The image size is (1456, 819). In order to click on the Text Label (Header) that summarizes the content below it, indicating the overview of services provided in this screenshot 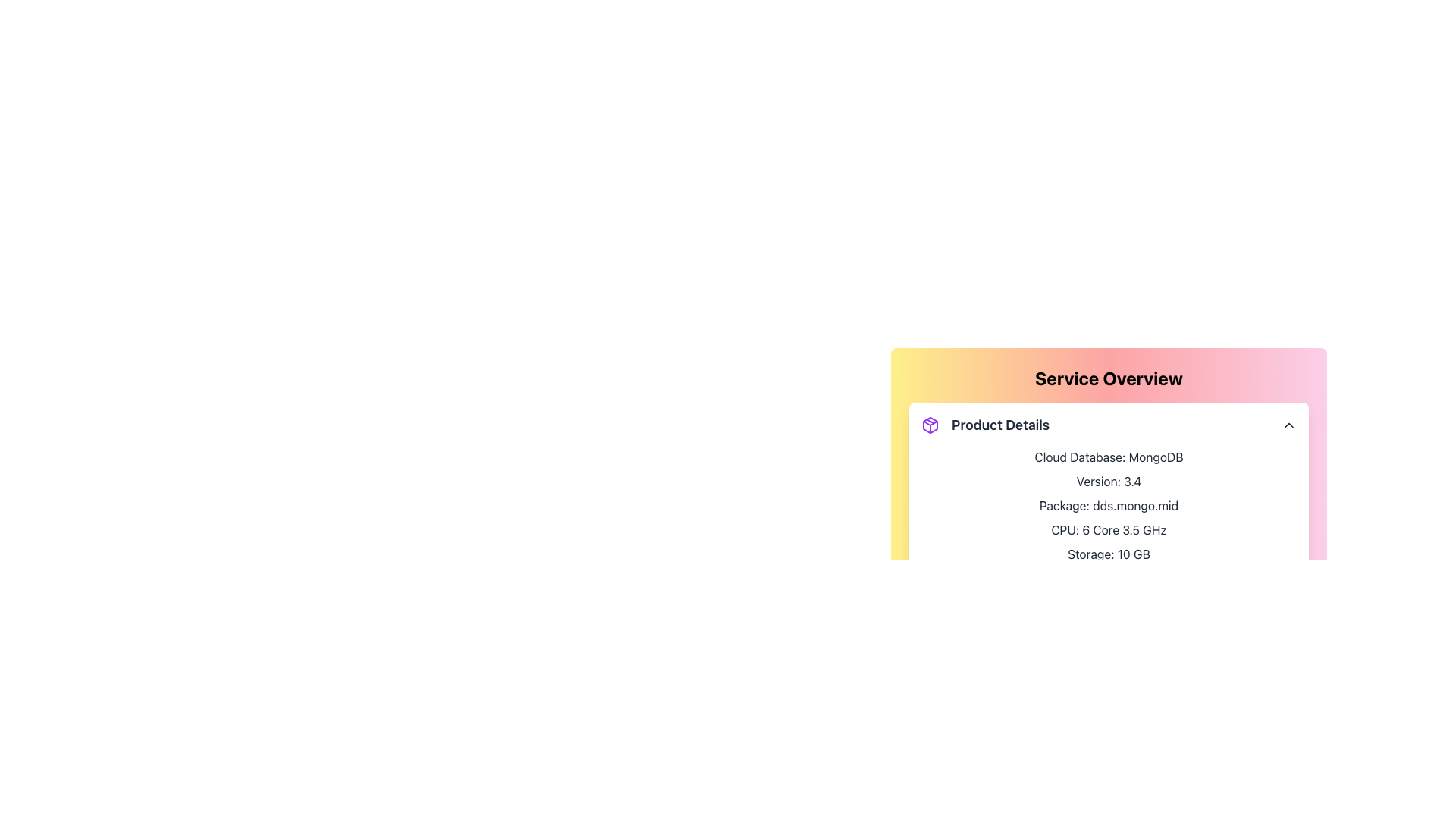, I will do `click(1109, 377)`.